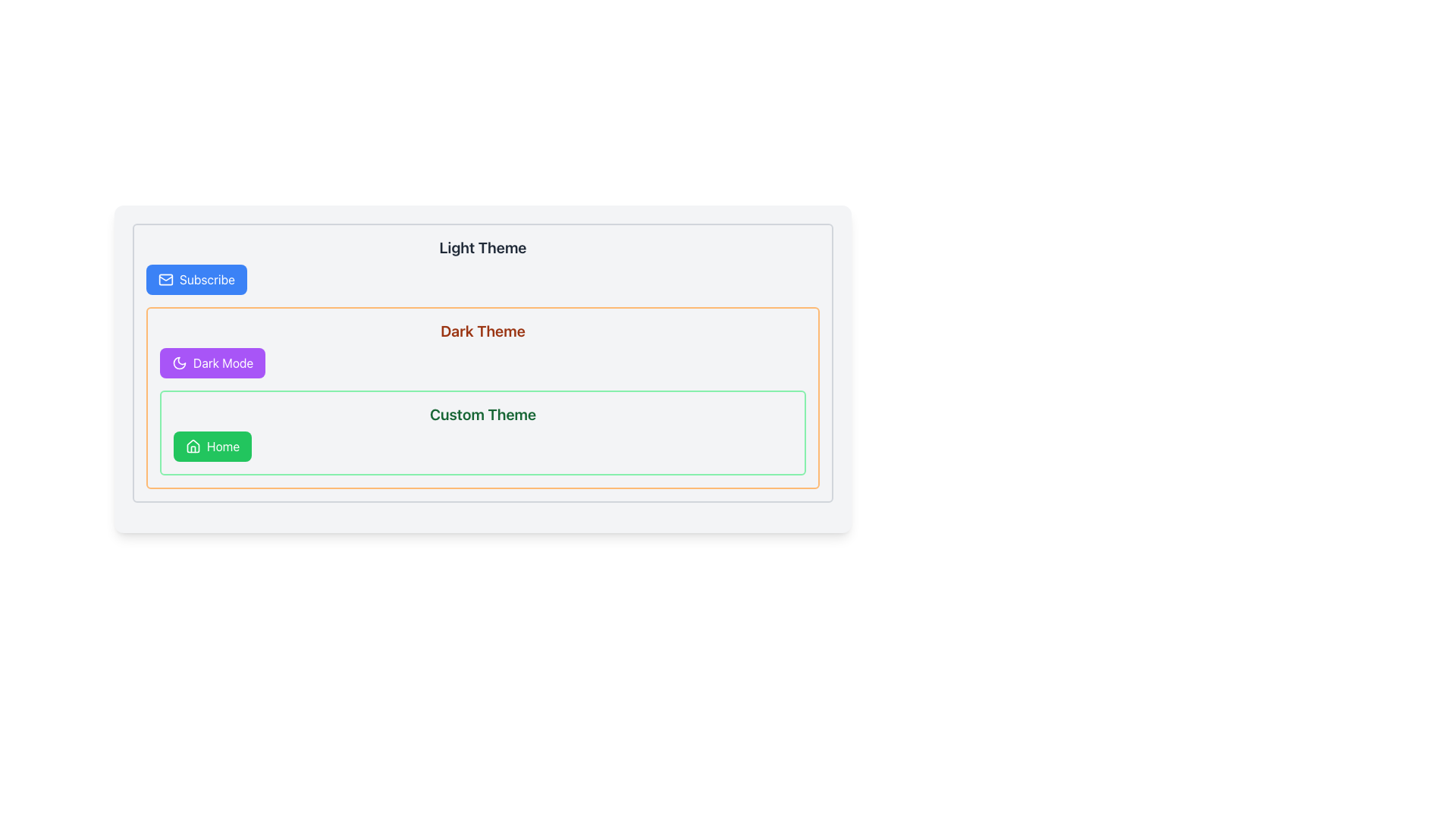  I want to click on the dark mode toggle button located centrally below the 'Dark Theme' title, so click(212, 362).